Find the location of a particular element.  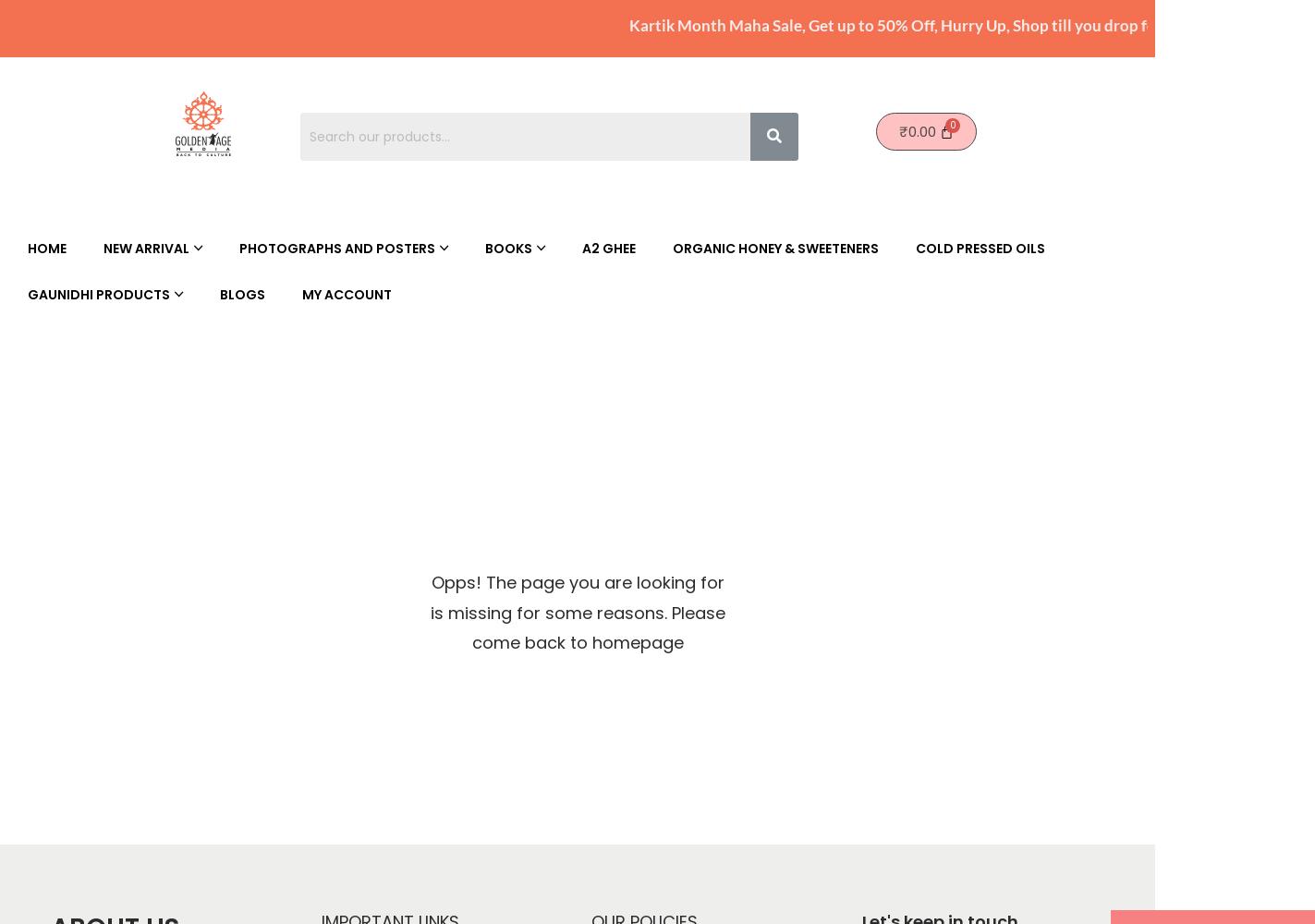

'Canvas Prints' is located at coordinates (283, 297).